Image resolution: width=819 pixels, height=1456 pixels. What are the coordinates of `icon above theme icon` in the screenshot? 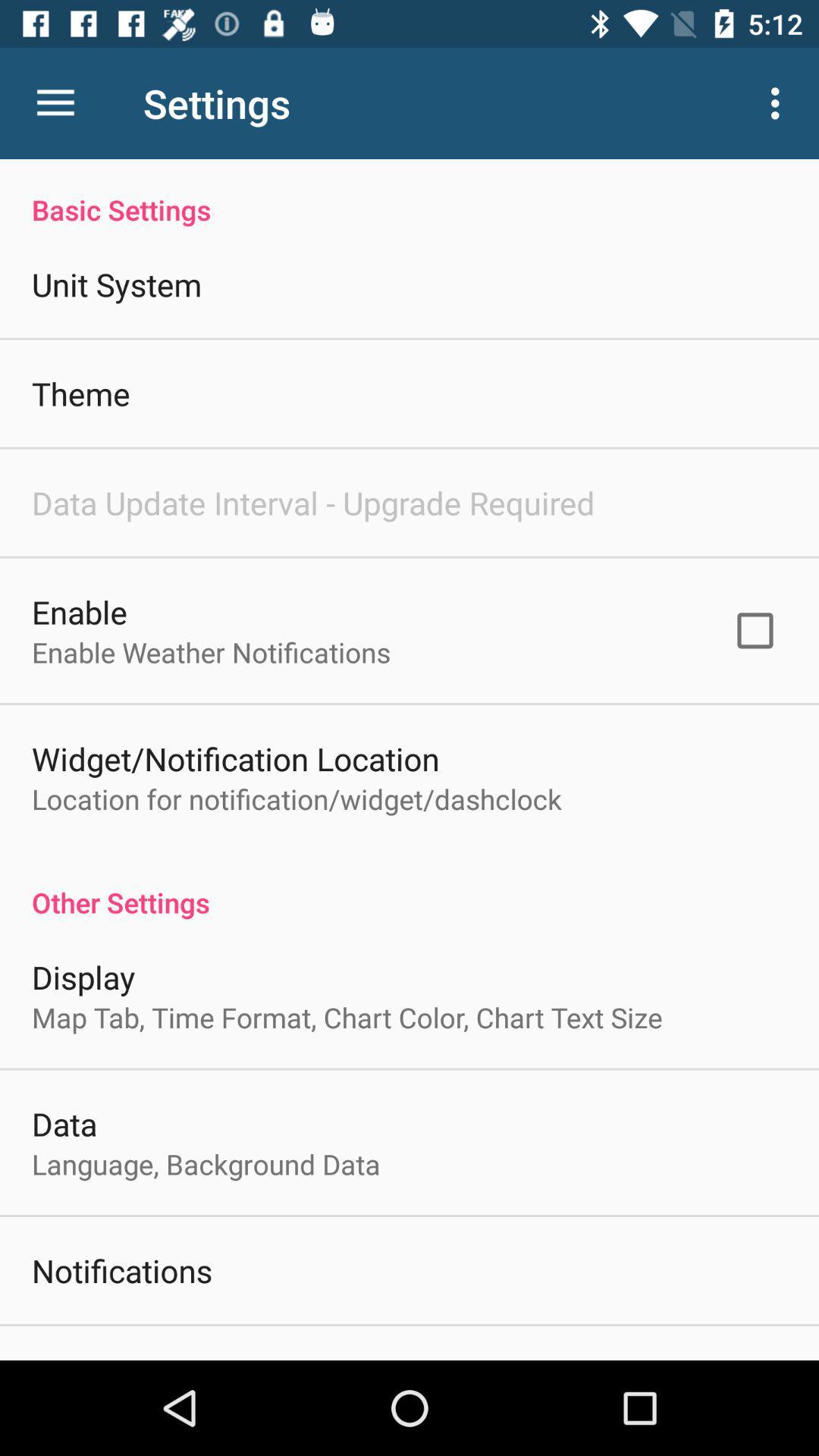 It's located at (116, 284).